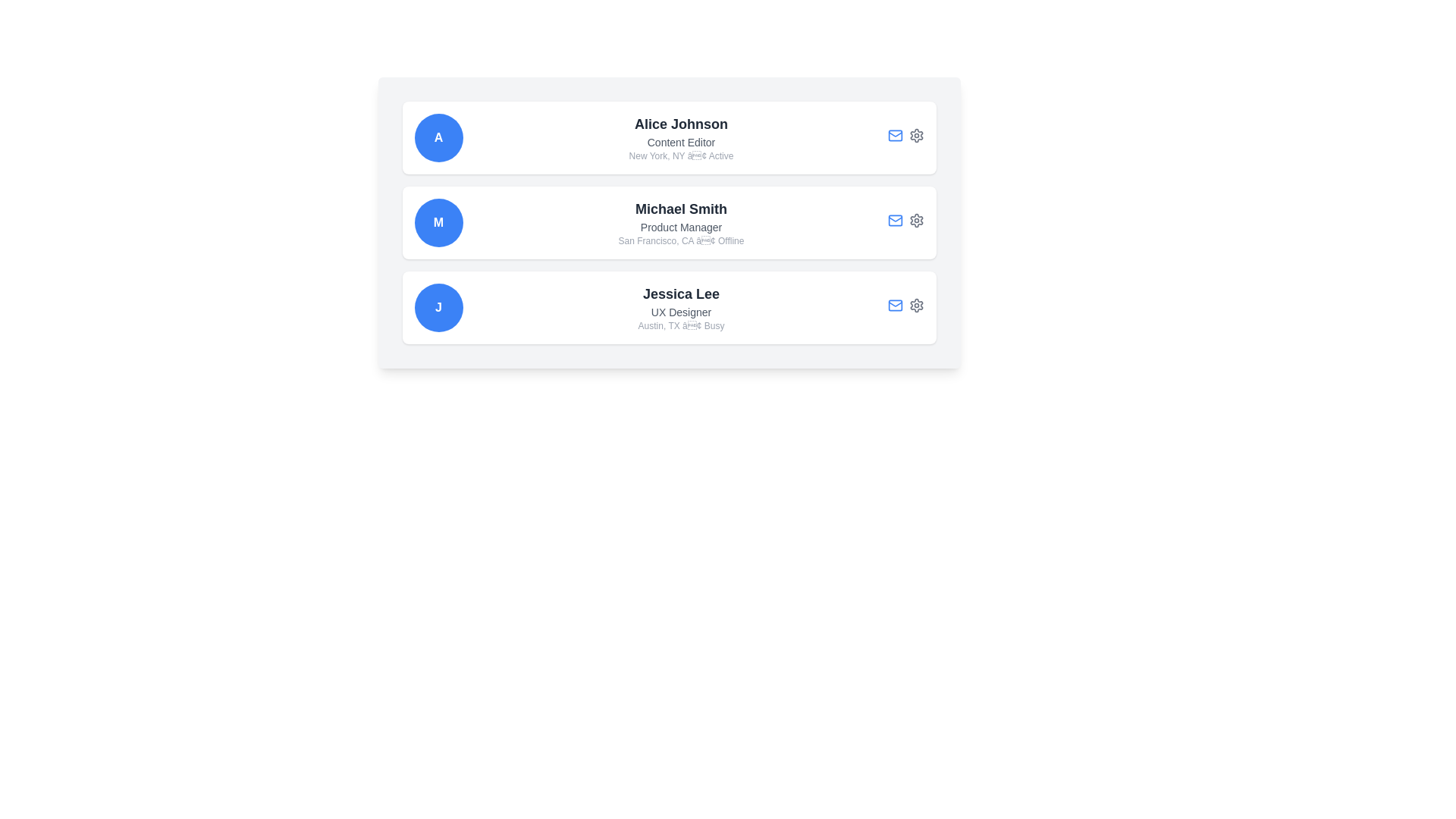 This screenshot has width=1456, height=819. Describe the element at coordinates (915, 220) in the screenshot. I see `the gear icon located in the middle profile card` at that location.